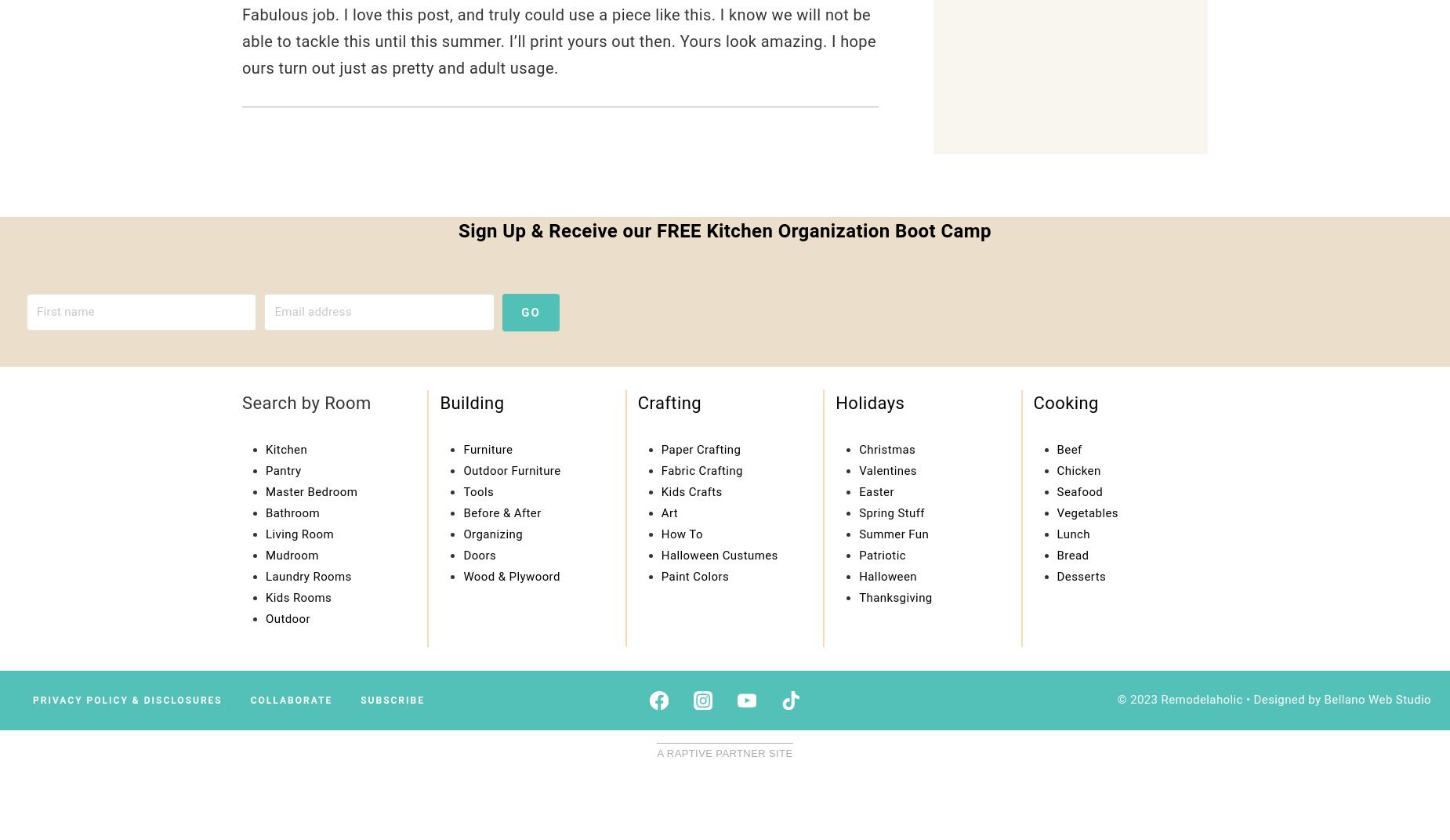 Image resolution: width=1450 pixels, height=840 pixels. I want to click on 'Desserts', so click(1080, 574).